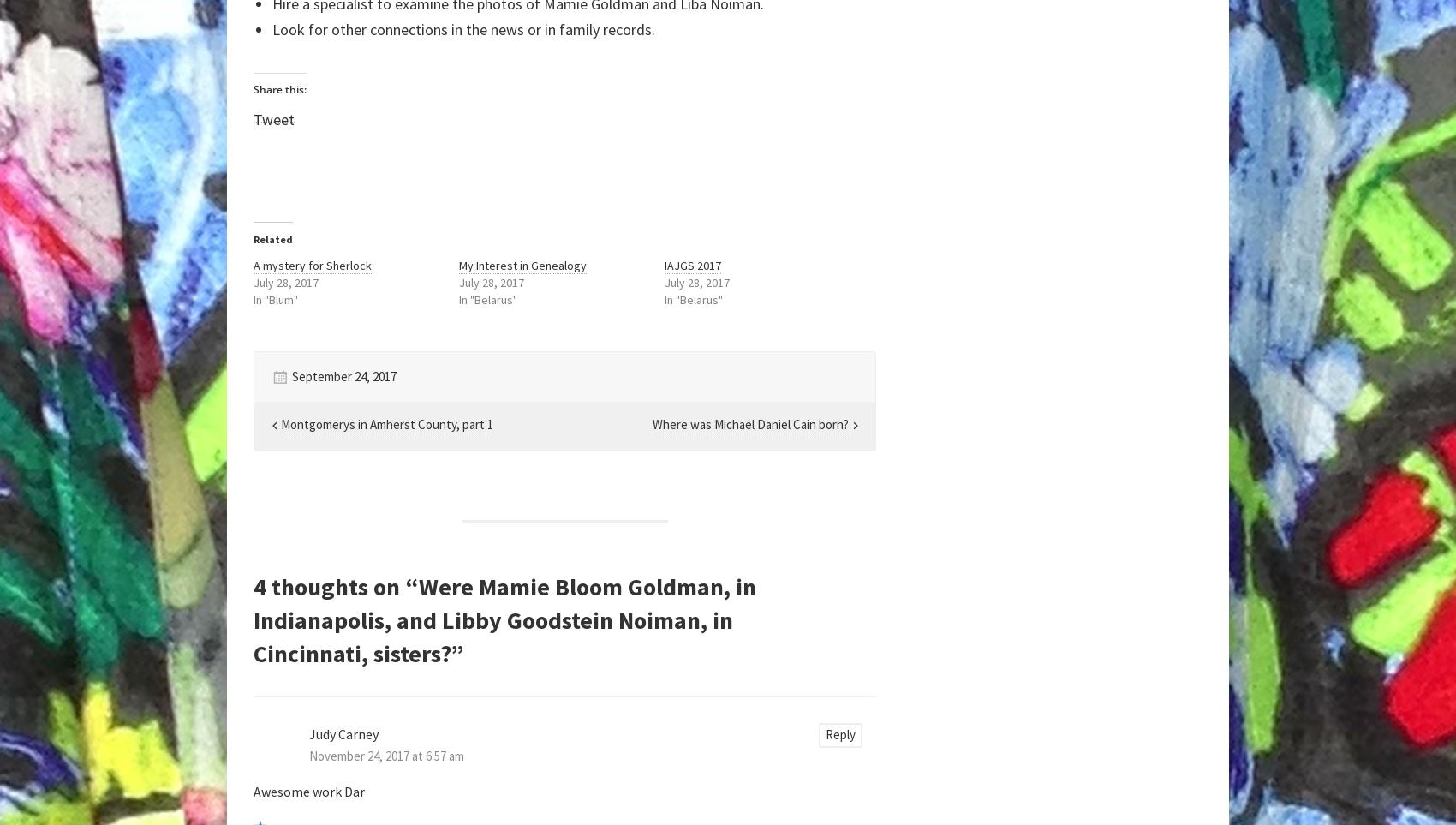  What do you see at coordinates (308, 791) in the screenshot?
I see `'Awesome work Dar'` at bounding box center [308, 791].